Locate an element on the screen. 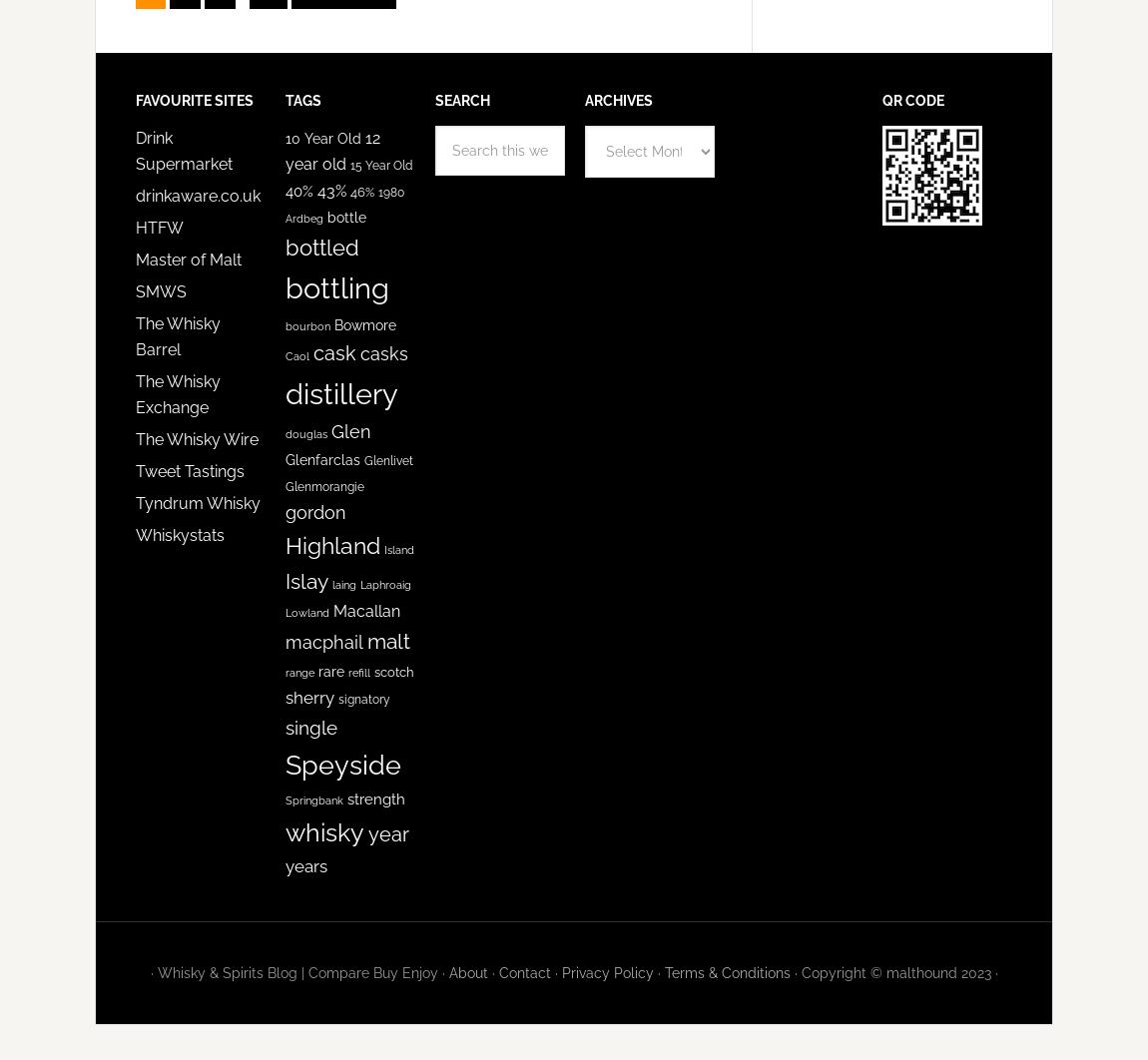 The height and width of the screenshot is (1060, 1148). 'Master of Malt' is located at coordinates (187, 260).